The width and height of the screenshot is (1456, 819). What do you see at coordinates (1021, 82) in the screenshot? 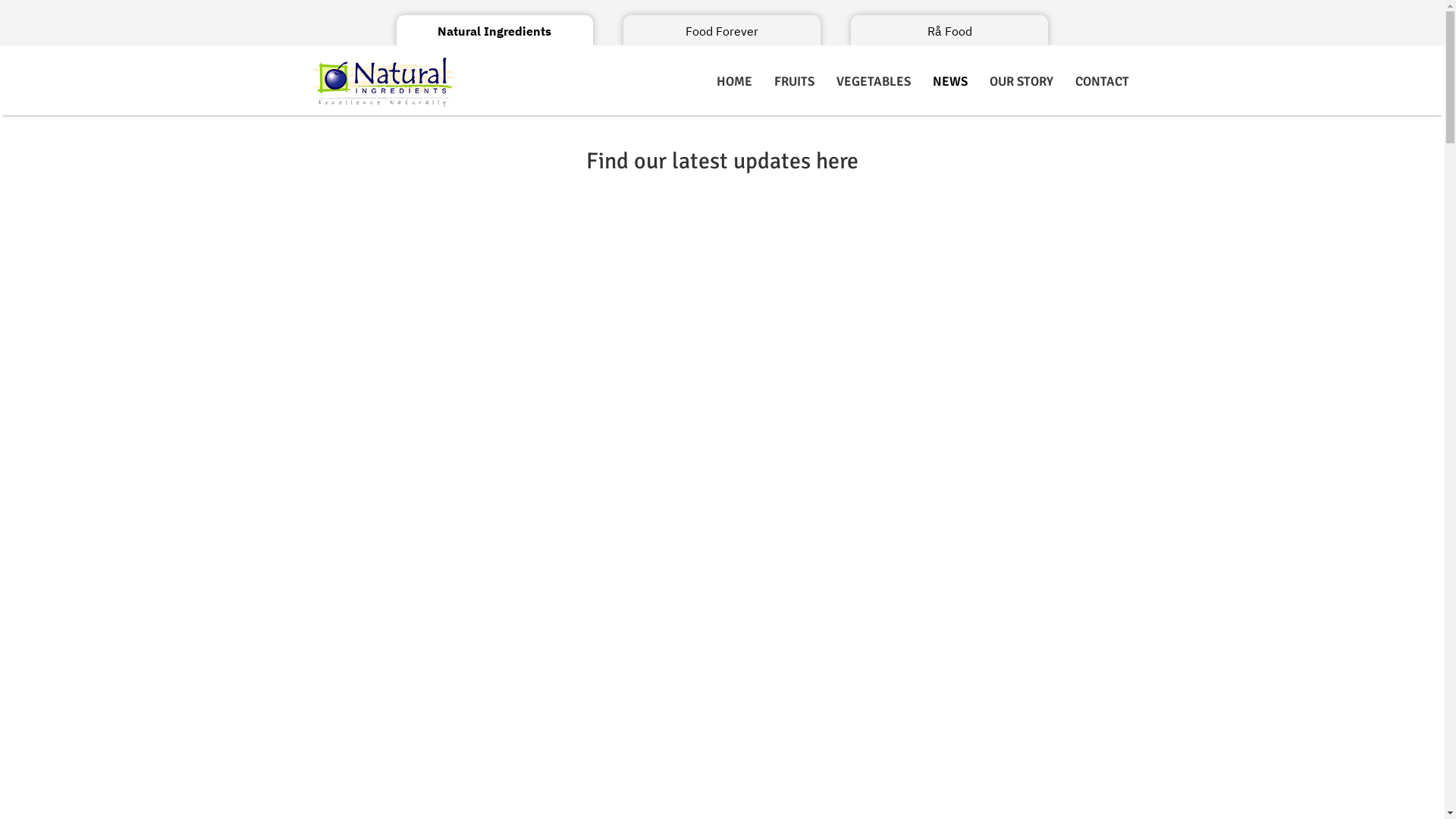
I see `'OUR STORY'` at bounding box center [1021, 82].